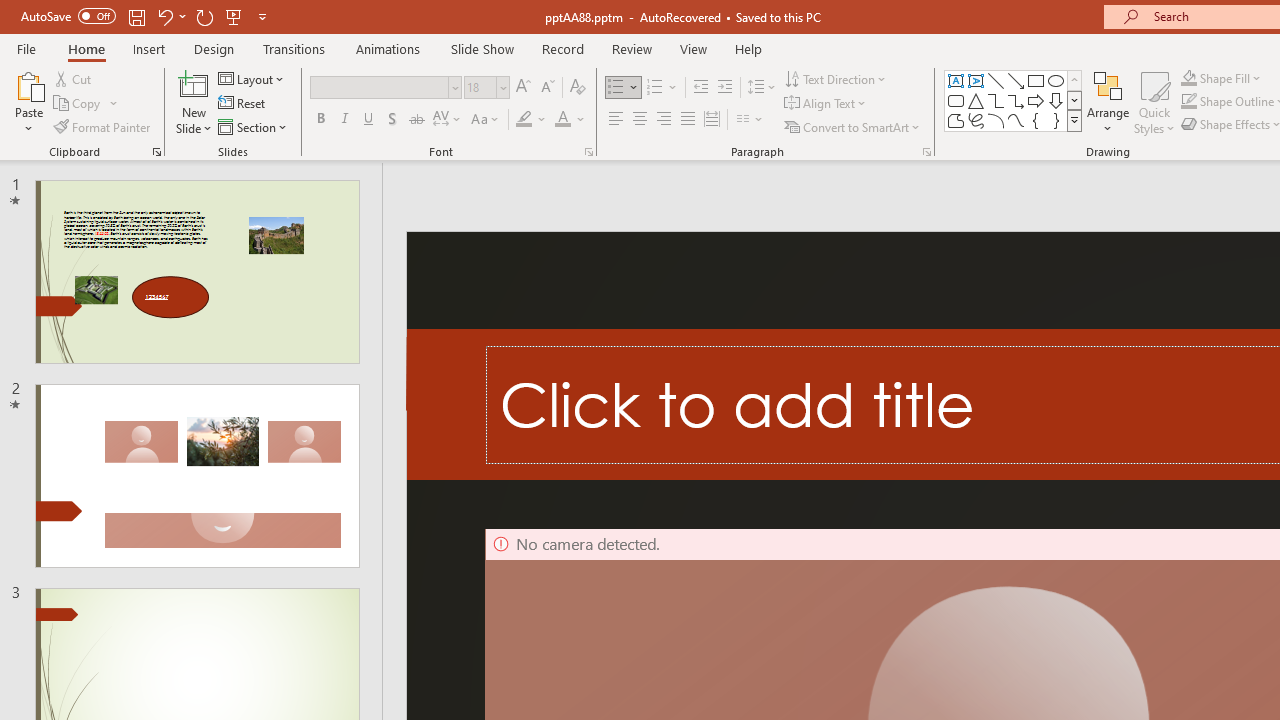 The width and height of the screenshot is (1280, 720). What do you see at coordinates (1036, 120) in the screenshot?
I see `'Left Brace'` at bounding box center [1036, 120].